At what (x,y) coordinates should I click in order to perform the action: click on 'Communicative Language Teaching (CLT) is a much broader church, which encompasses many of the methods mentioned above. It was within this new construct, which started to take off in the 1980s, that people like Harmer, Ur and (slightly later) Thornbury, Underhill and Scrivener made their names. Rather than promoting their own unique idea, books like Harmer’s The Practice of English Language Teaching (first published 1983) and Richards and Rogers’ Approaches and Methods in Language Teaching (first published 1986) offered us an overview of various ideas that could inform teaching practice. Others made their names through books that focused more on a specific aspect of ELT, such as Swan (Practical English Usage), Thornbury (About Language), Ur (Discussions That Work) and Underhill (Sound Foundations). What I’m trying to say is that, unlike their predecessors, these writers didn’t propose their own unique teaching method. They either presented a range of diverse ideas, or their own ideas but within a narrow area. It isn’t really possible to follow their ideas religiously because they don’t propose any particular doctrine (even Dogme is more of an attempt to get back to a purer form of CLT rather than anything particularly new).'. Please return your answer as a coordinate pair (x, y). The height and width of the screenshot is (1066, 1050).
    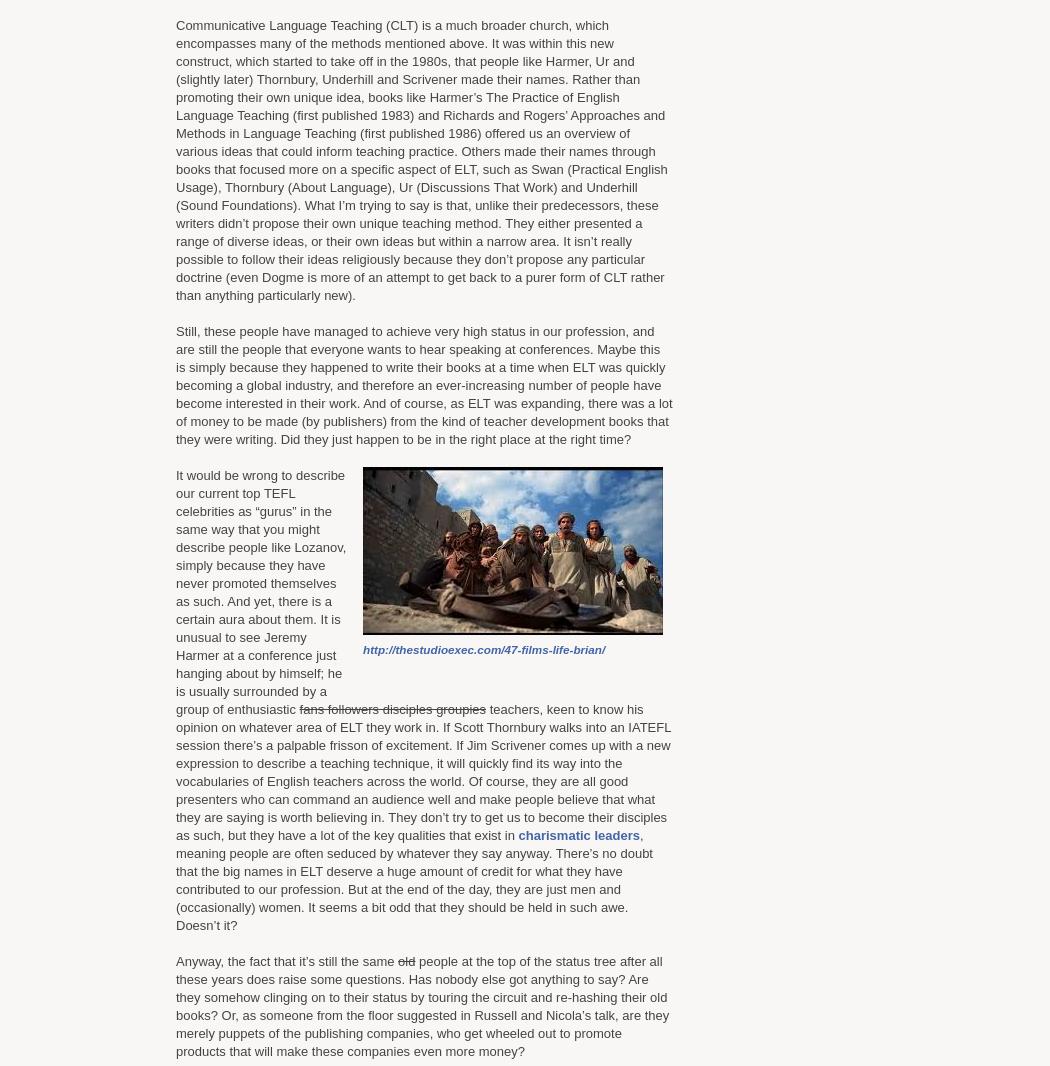
    Looking at the image, I should click on (420, 159).